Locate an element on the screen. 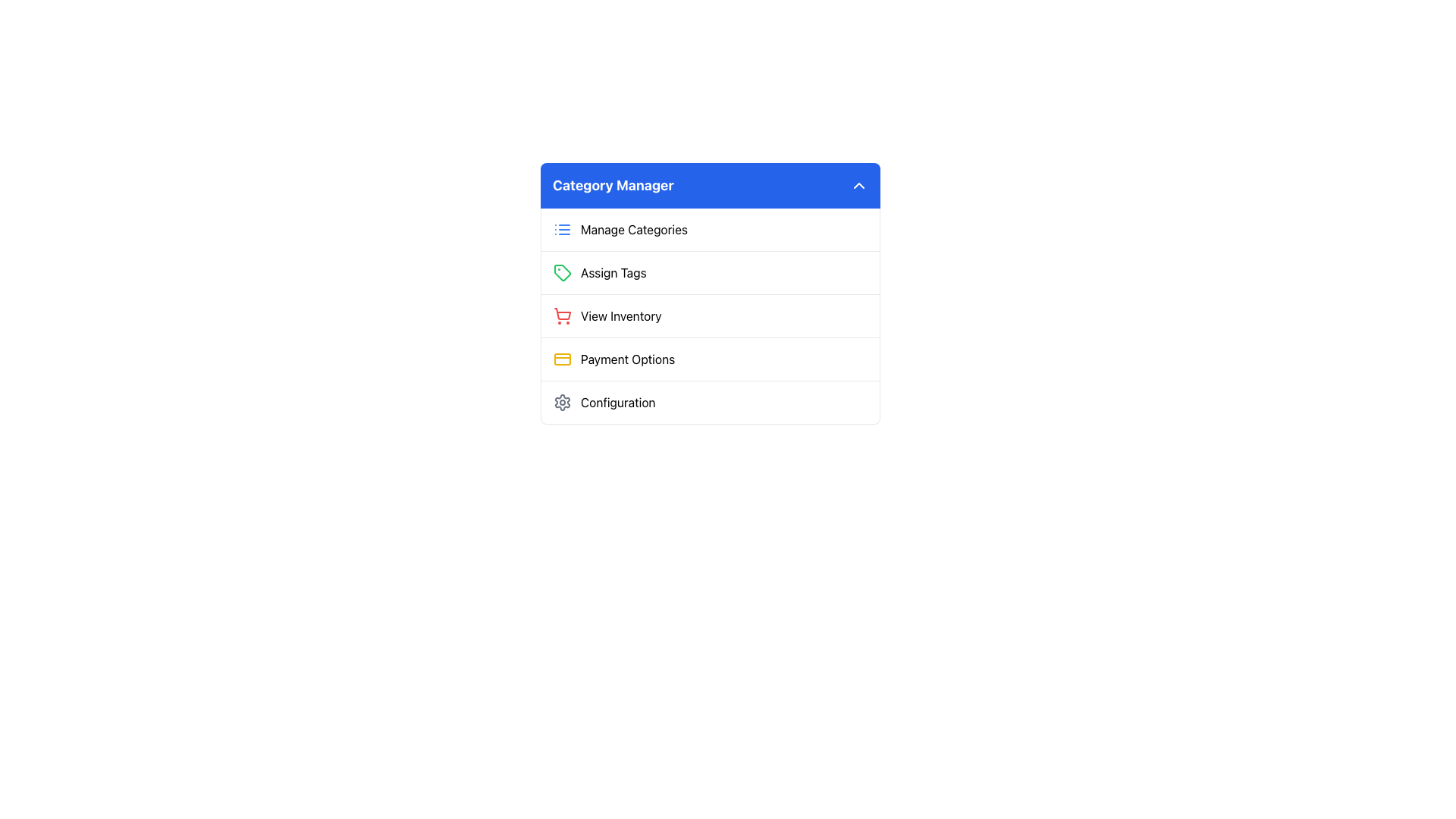  the 'Configuration' icon located near the bottom of the 'Category Manager' menu is located at coordinates (562, 402).